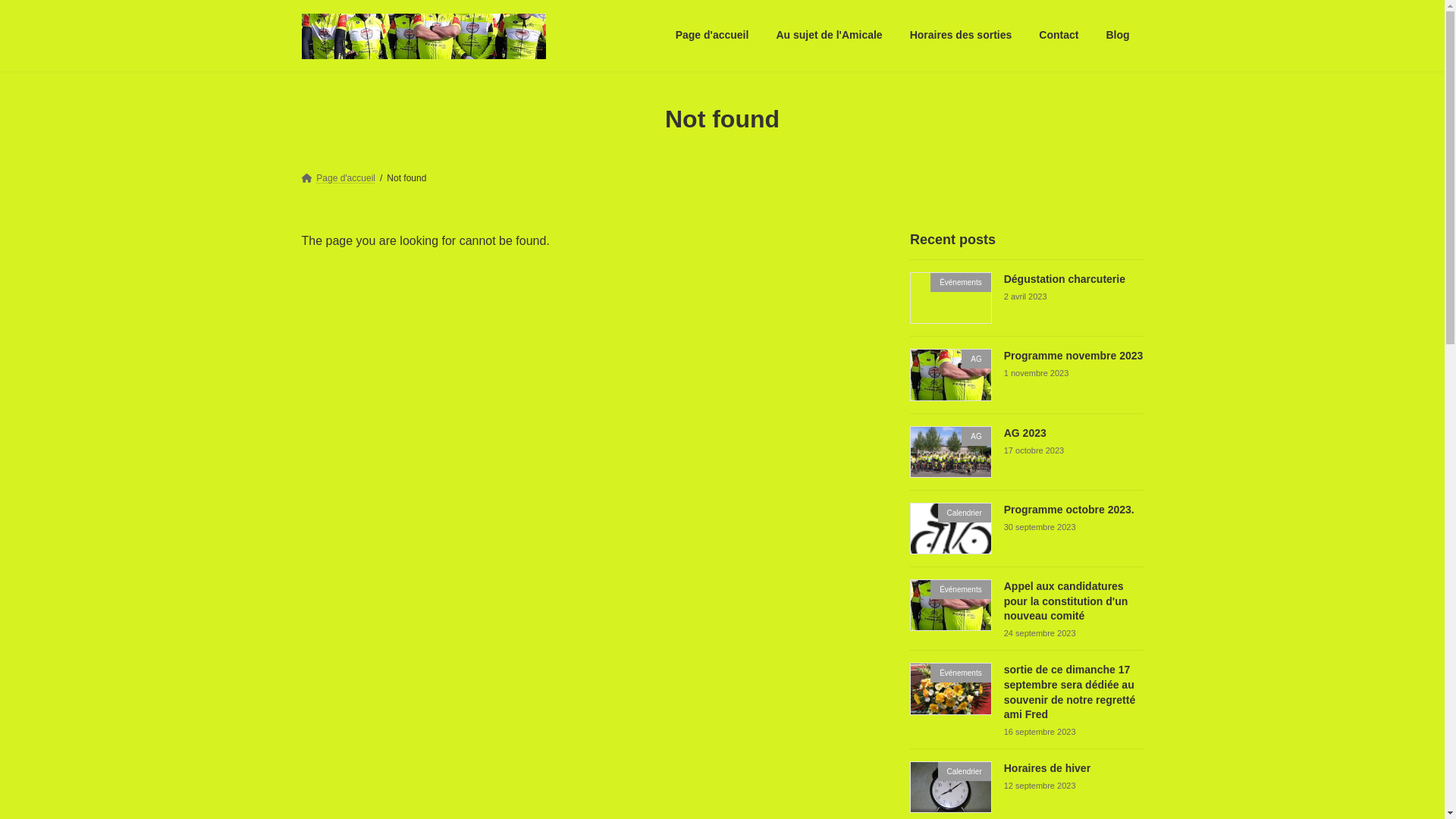 Image resolution: width=1456 pixels, height=819 pixels. I want to click on 'AG 2023', so click(1024, 432).